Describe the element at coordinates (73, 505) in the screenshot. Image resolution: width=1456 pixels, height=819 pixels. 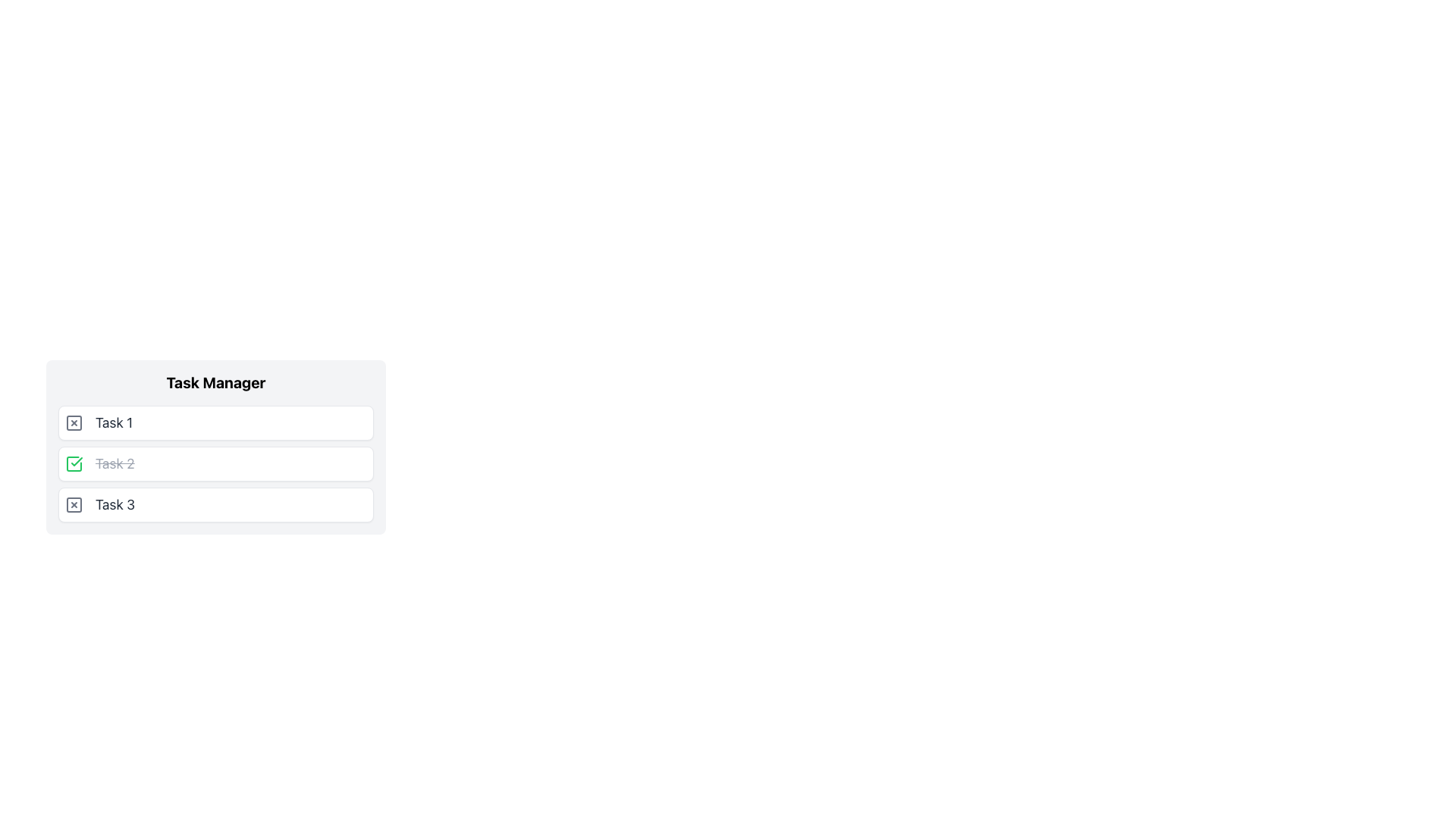
I see `the small square button with a red 'X' icon located in the third row of the task list interface, to the left of the label 'Task 3.'` at that location.